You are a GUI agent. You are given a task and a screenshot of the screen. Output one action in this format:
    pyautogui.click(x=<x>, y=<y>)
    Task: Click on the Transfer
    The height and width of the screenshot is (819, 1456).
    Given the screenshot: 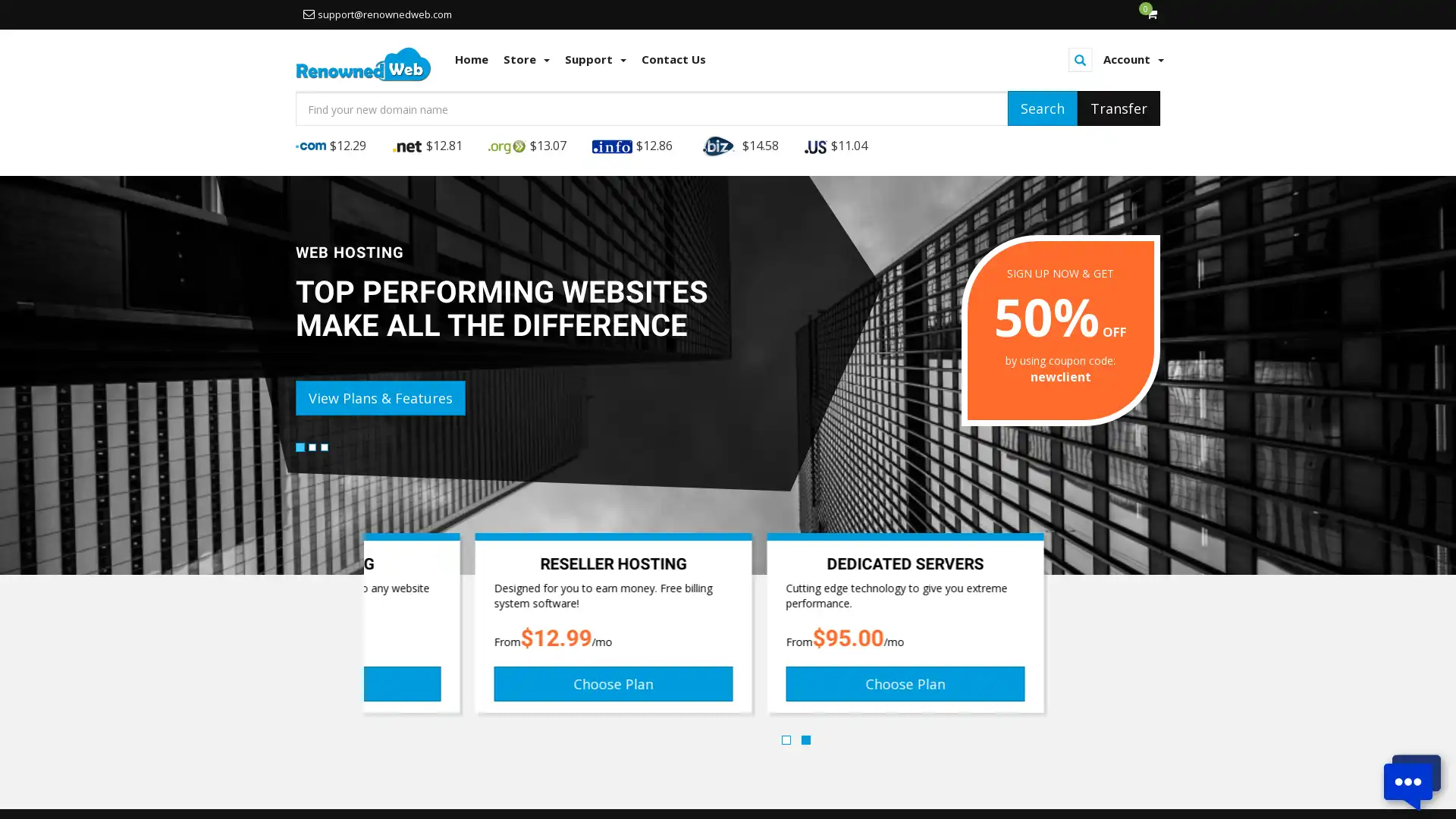 What is the action you would take?
    pyautogui.click(x=1119, y=107)
    